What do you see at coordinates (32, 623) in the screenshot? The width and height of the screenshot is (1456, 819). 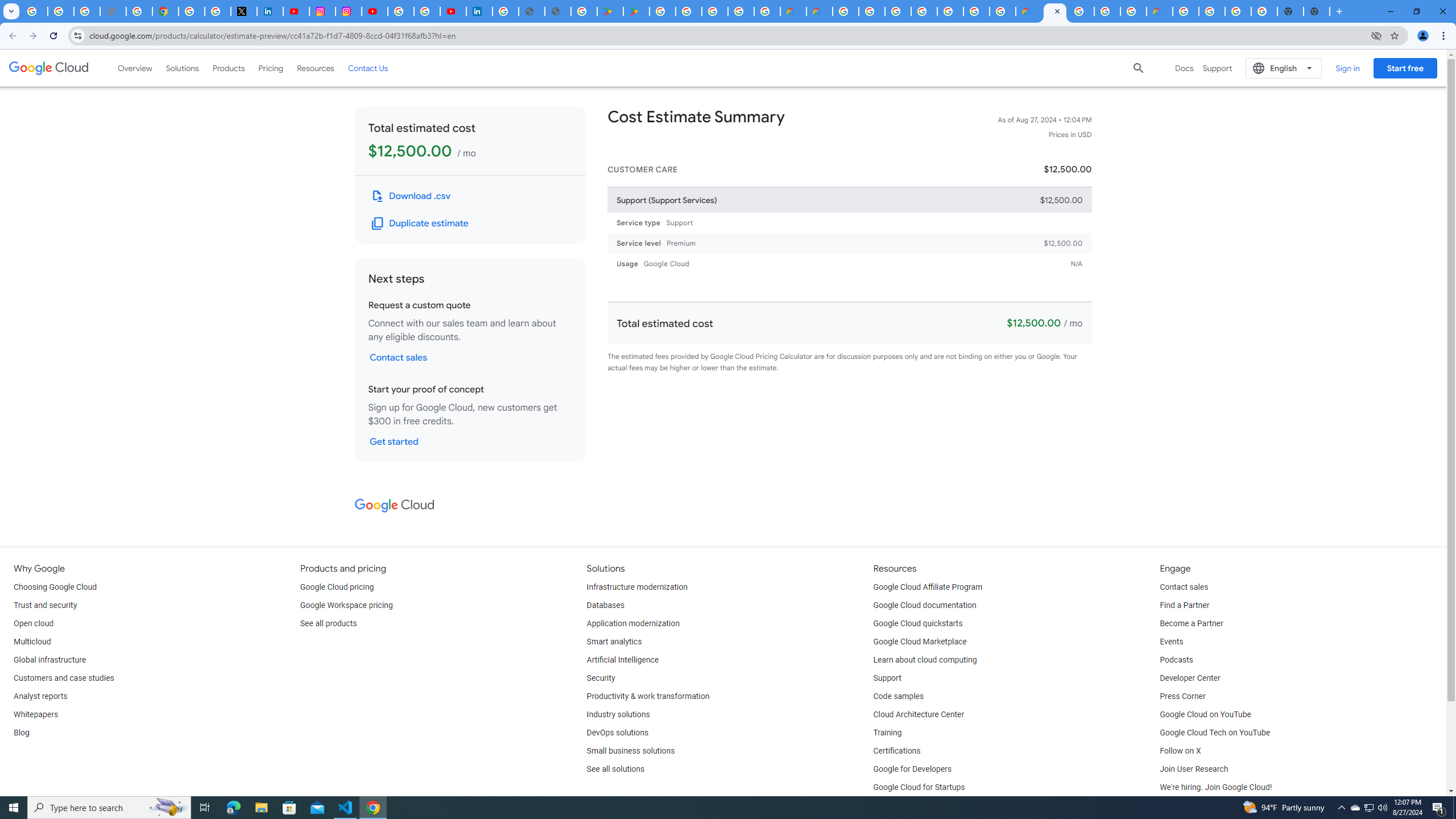 I see `'Open cloud'` at bounding box center [32, 623].